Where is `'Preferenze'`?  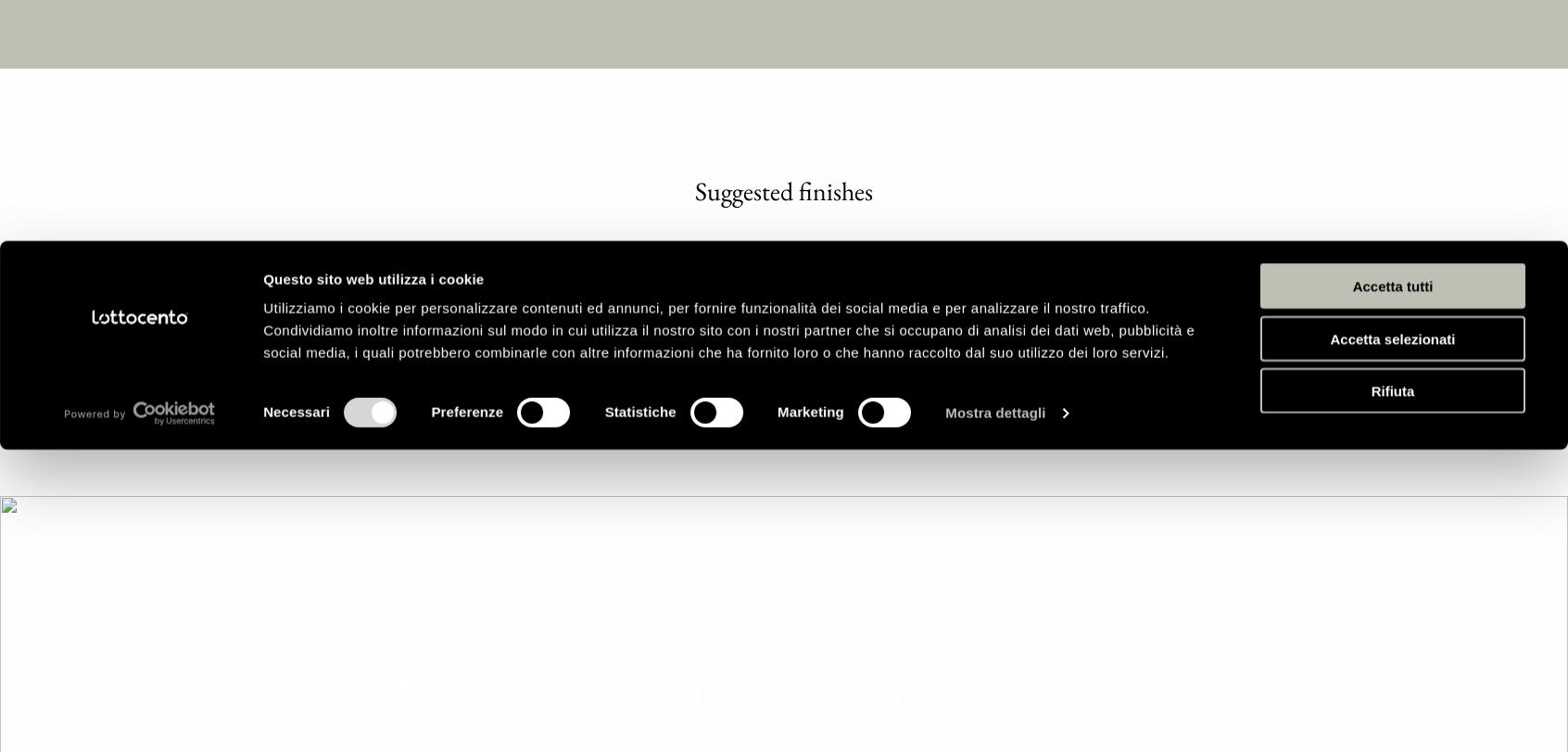 'Preferenze' is located at coordinates (429, 312).